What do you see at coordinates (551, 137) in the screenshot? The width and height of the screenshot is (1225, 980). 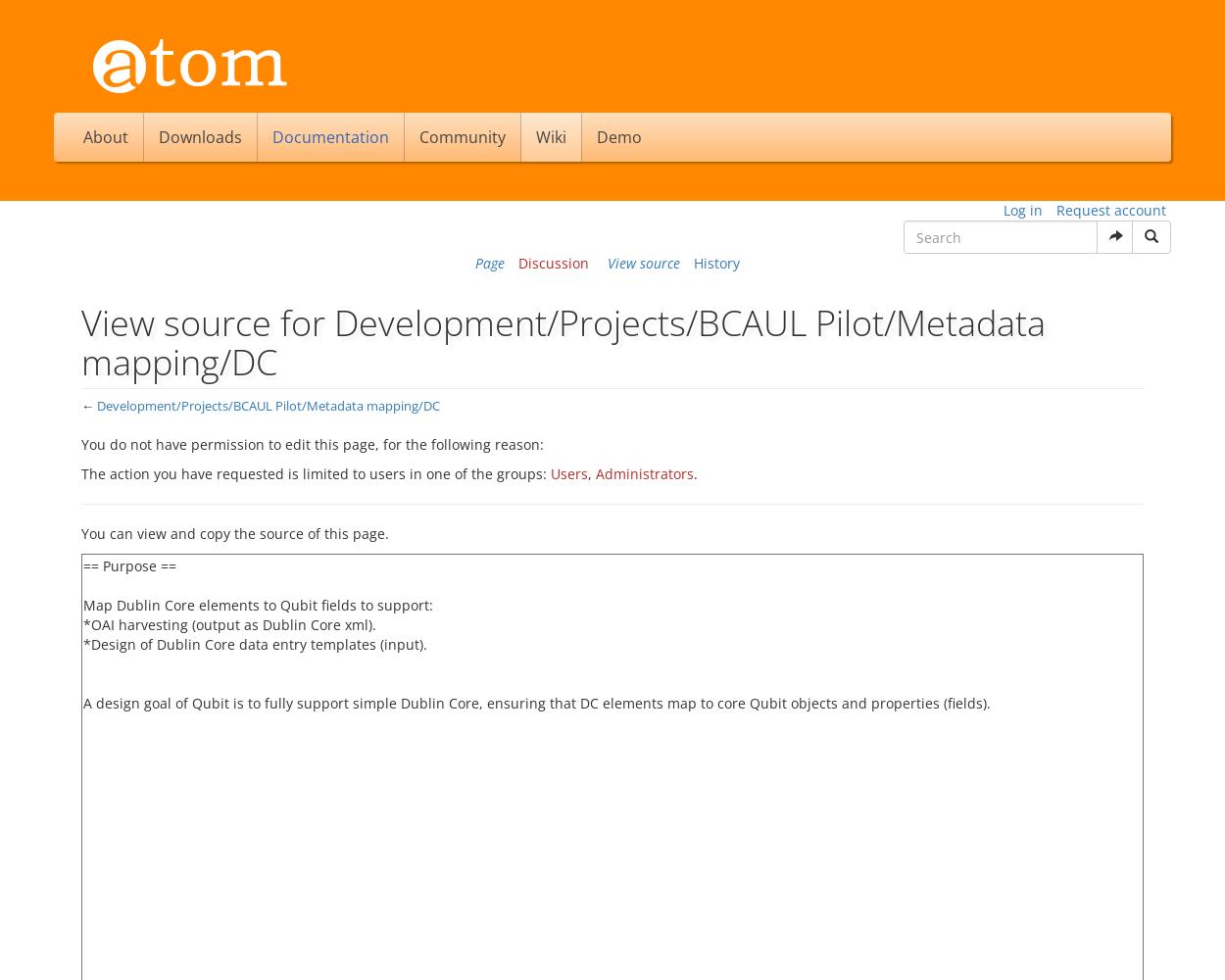 I see `'Wiki'` at bounding box center [551, 137].